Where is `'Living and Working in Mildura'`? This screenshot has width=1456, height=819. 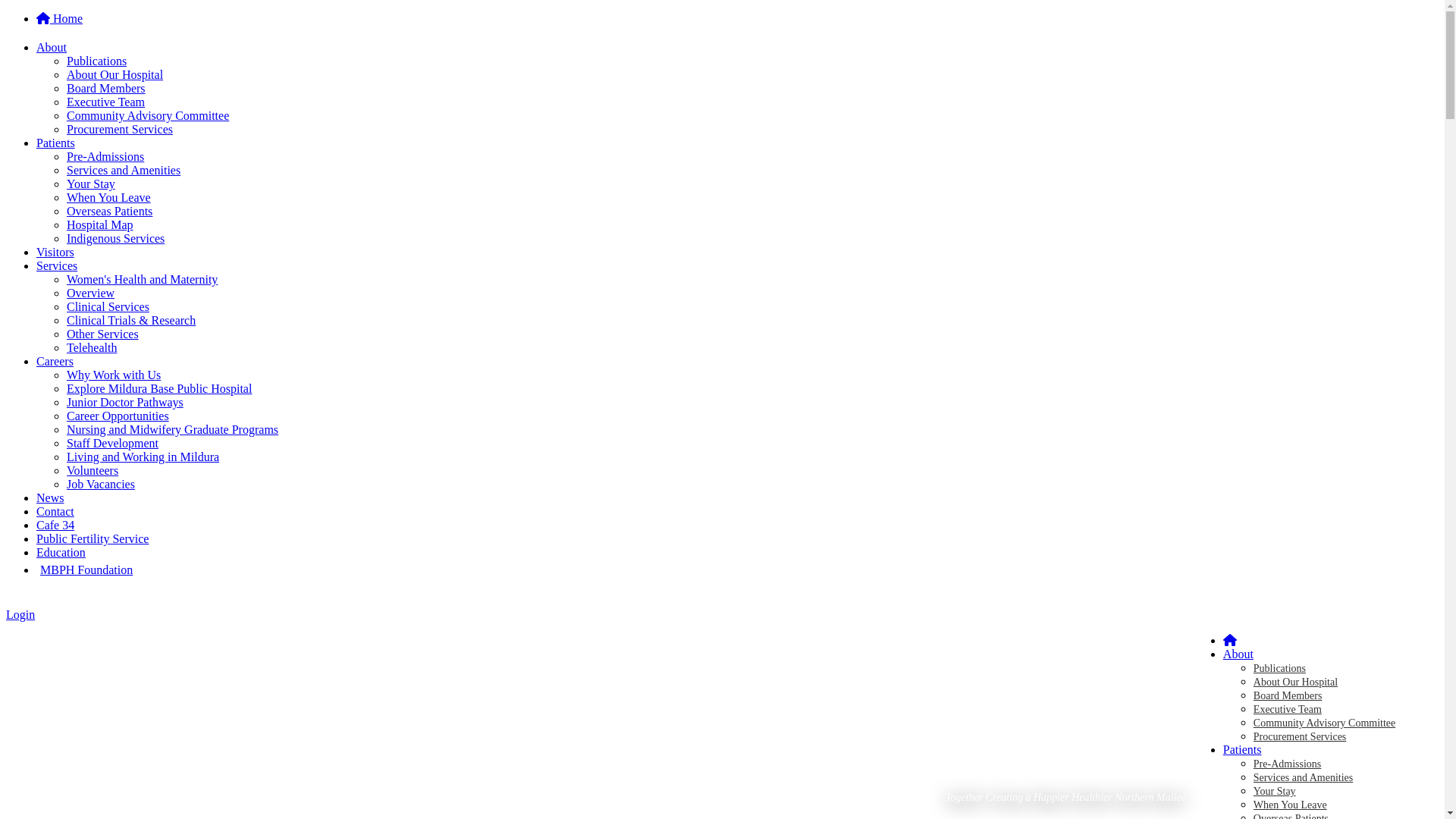
'Living and Working in Mildura' is located at coordinates (65, 456).